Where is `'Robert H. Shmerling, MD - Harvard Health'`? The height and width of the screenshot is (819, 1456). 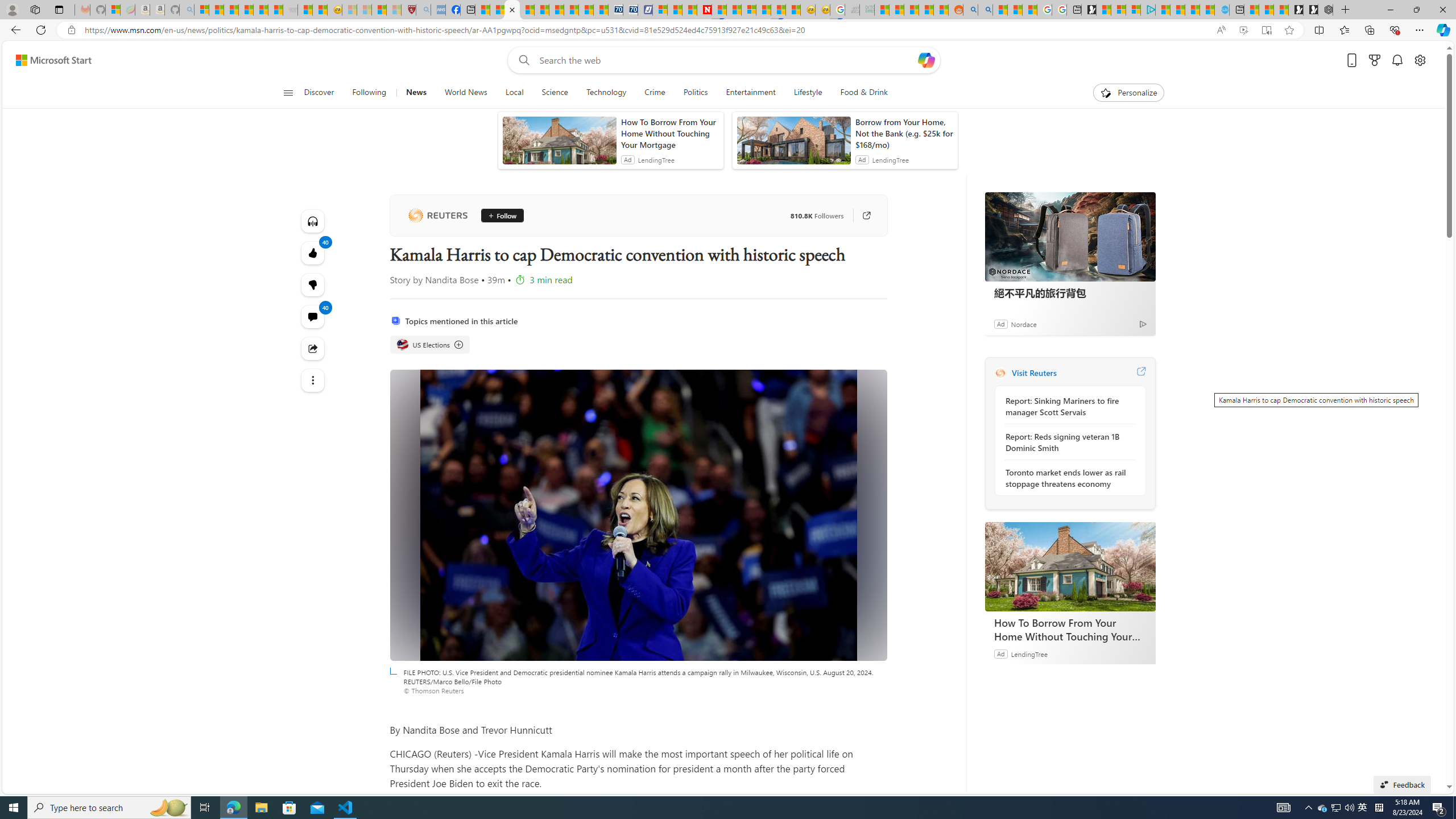 'Robert H. Shmerling, MD - Harvard Health' is located at coordinates (408, 9).